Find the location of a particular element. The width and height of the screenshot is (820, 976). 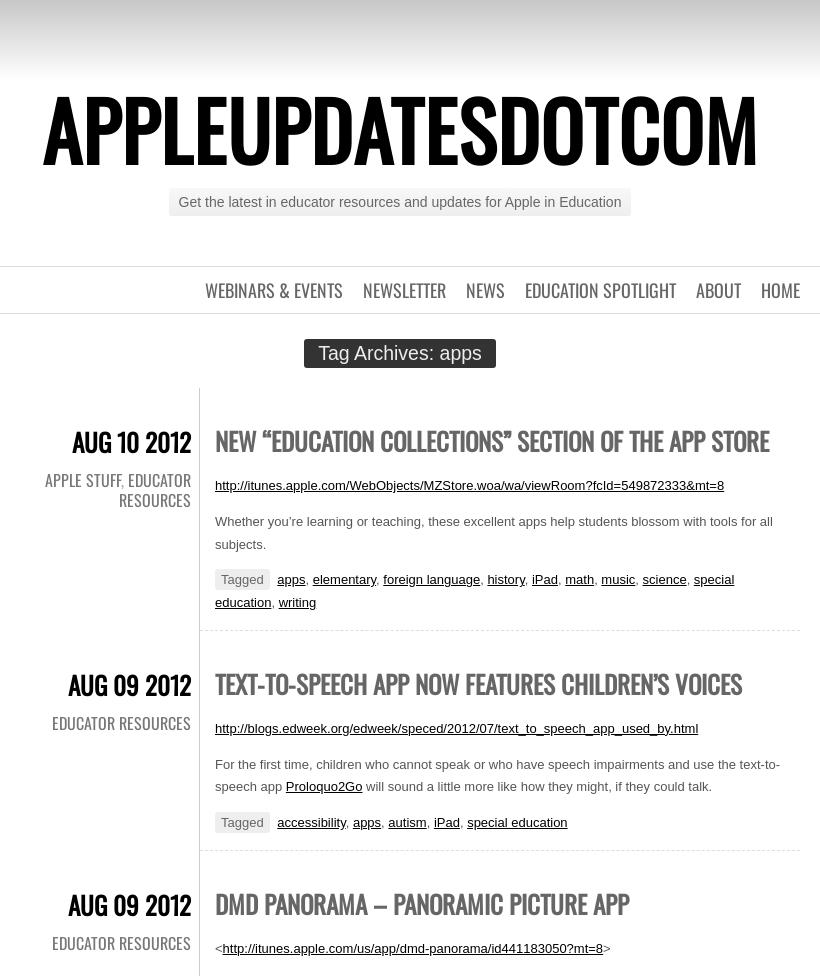

'Aug 10 2012' is located at coordinates (130, 440).